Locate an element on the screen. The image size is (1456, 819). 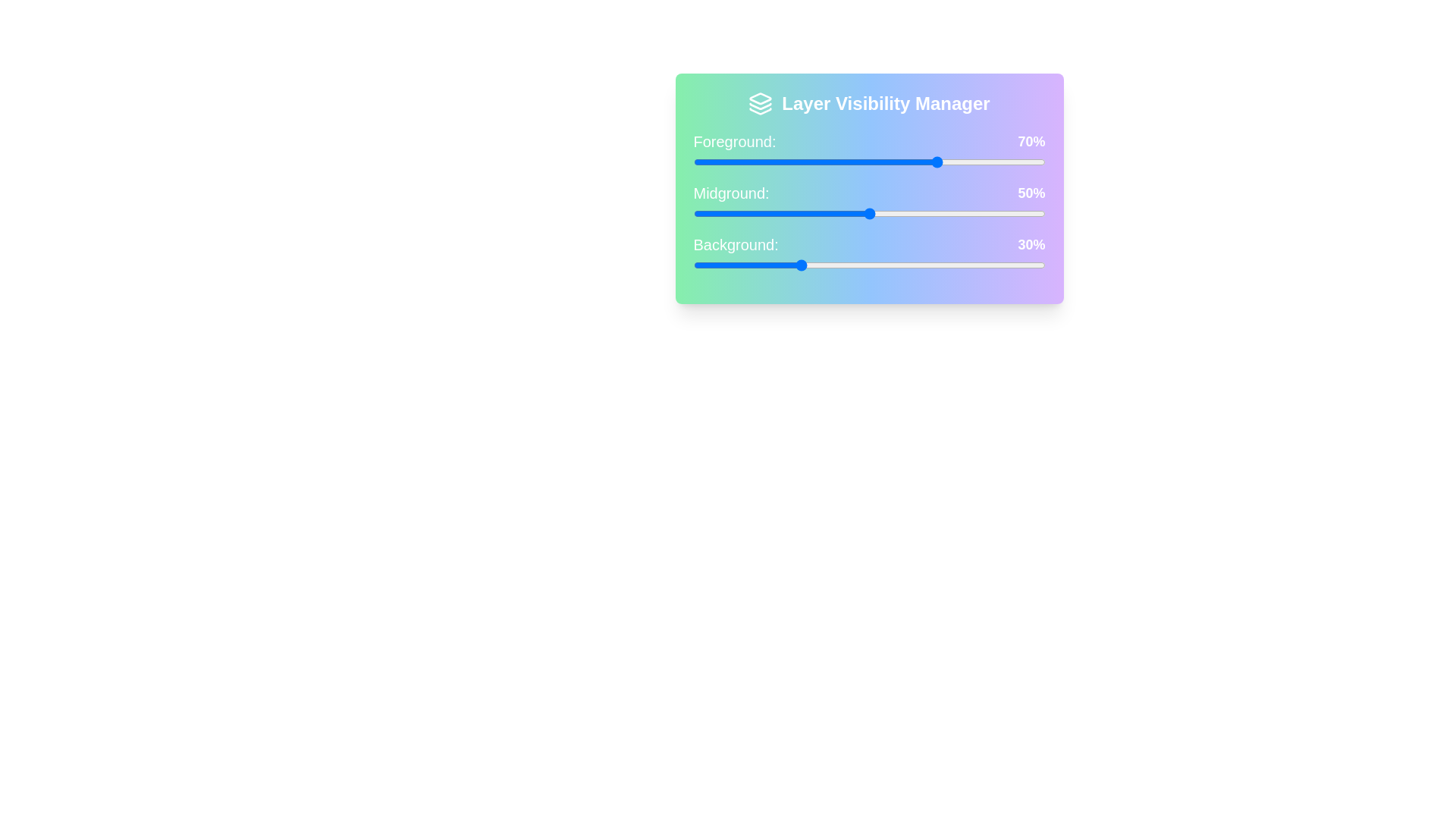
the Foreground slider to 3% is located at coordinates (703, 162).